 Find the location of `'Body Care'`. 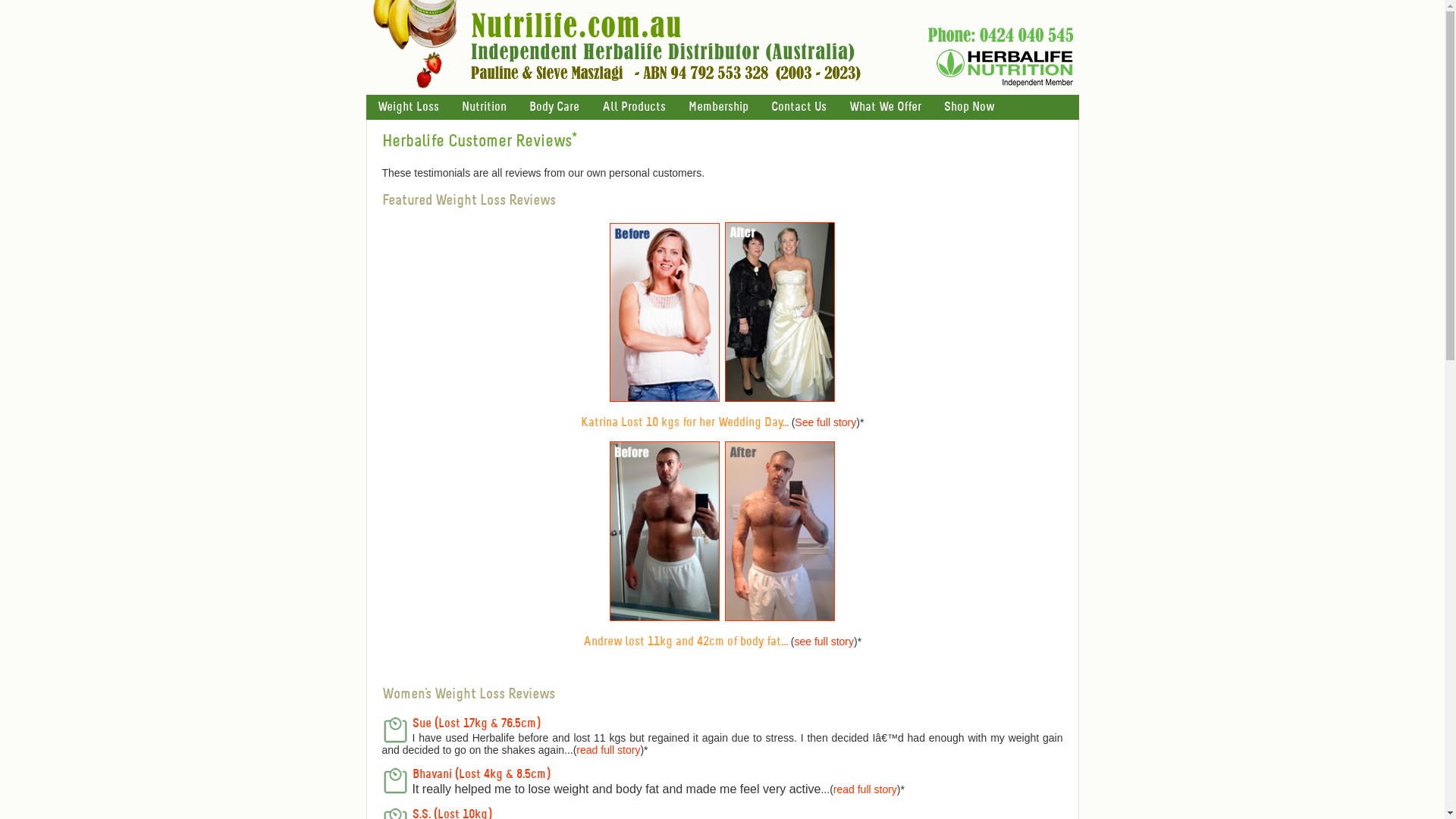

'Body Care' is located at coordinates (552, 106).